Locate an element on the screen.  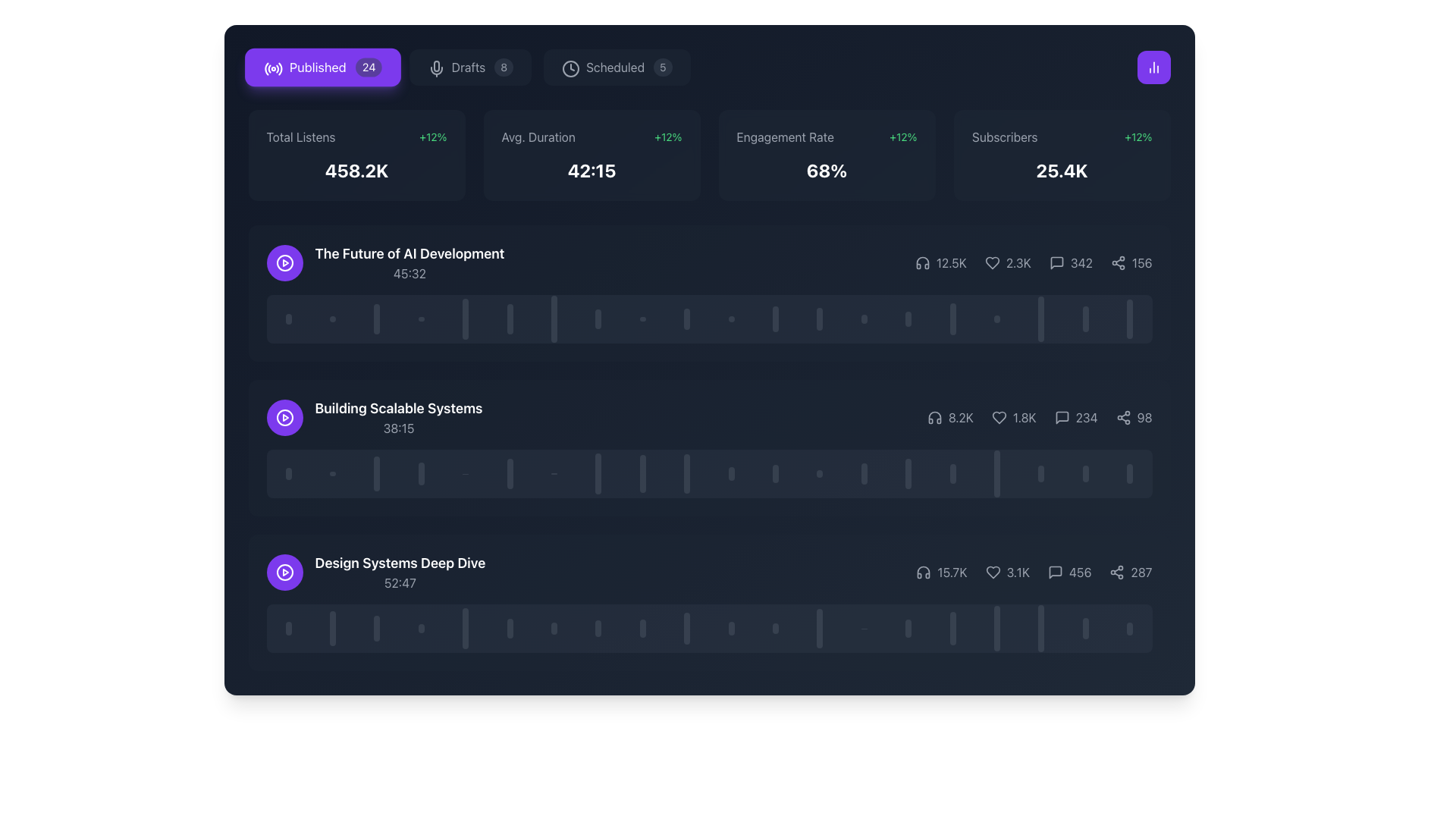
the Text Display that shows '2.3K' in light gray color, located in the second row of 'The Future of AI Development' section, to the right of the heart-shaped icon is located at coordinates (1018, 262).